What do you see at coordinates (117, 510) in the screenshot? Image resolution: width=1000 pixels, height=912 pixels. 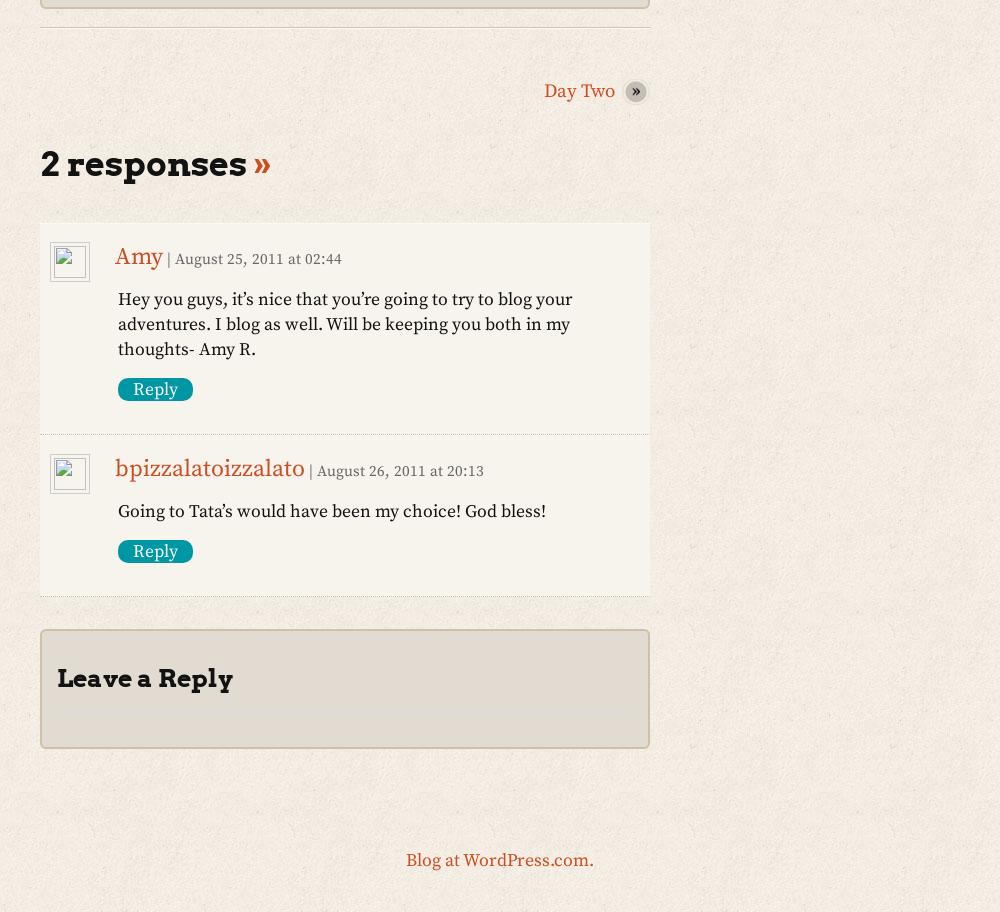 I see `'Going to Tata’s would have been my choice! God bless!'` at bounding box center [117, 510].